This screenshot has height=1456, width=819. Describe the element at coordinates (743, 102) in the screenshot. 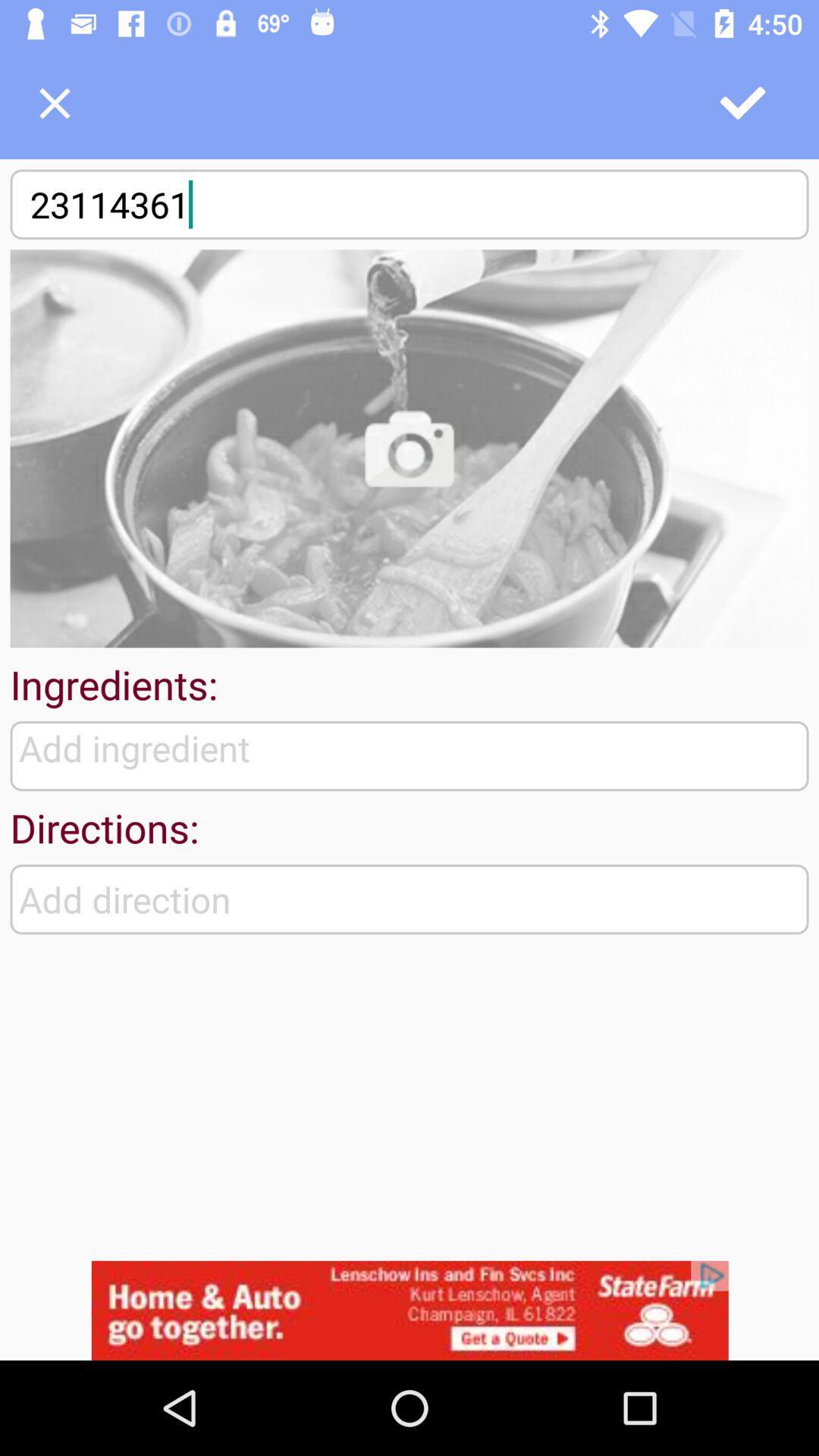

I see `post` at that location.